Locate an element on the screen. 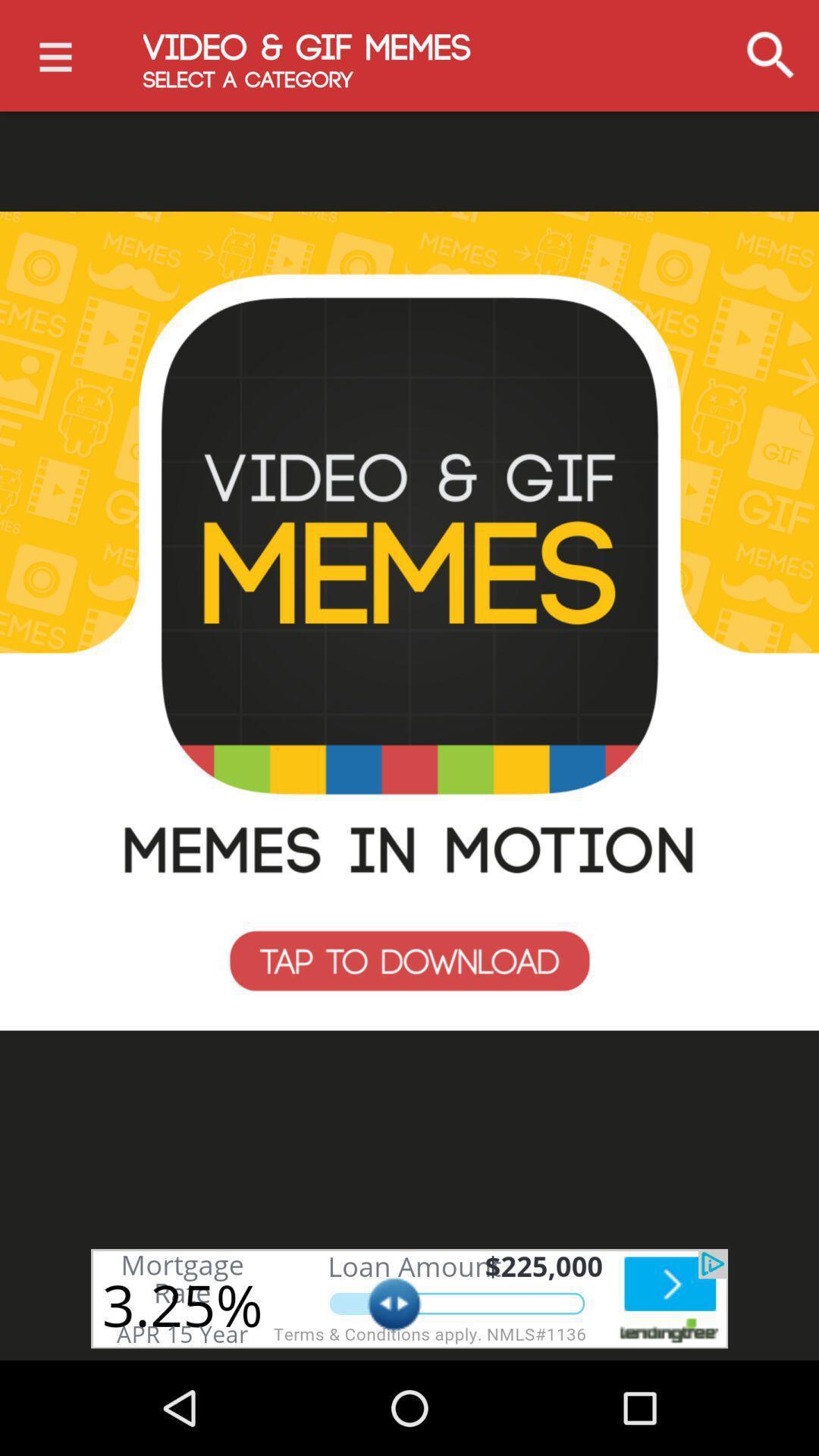 The image size is (819, 1456). download is located at coordinates (409, 621).